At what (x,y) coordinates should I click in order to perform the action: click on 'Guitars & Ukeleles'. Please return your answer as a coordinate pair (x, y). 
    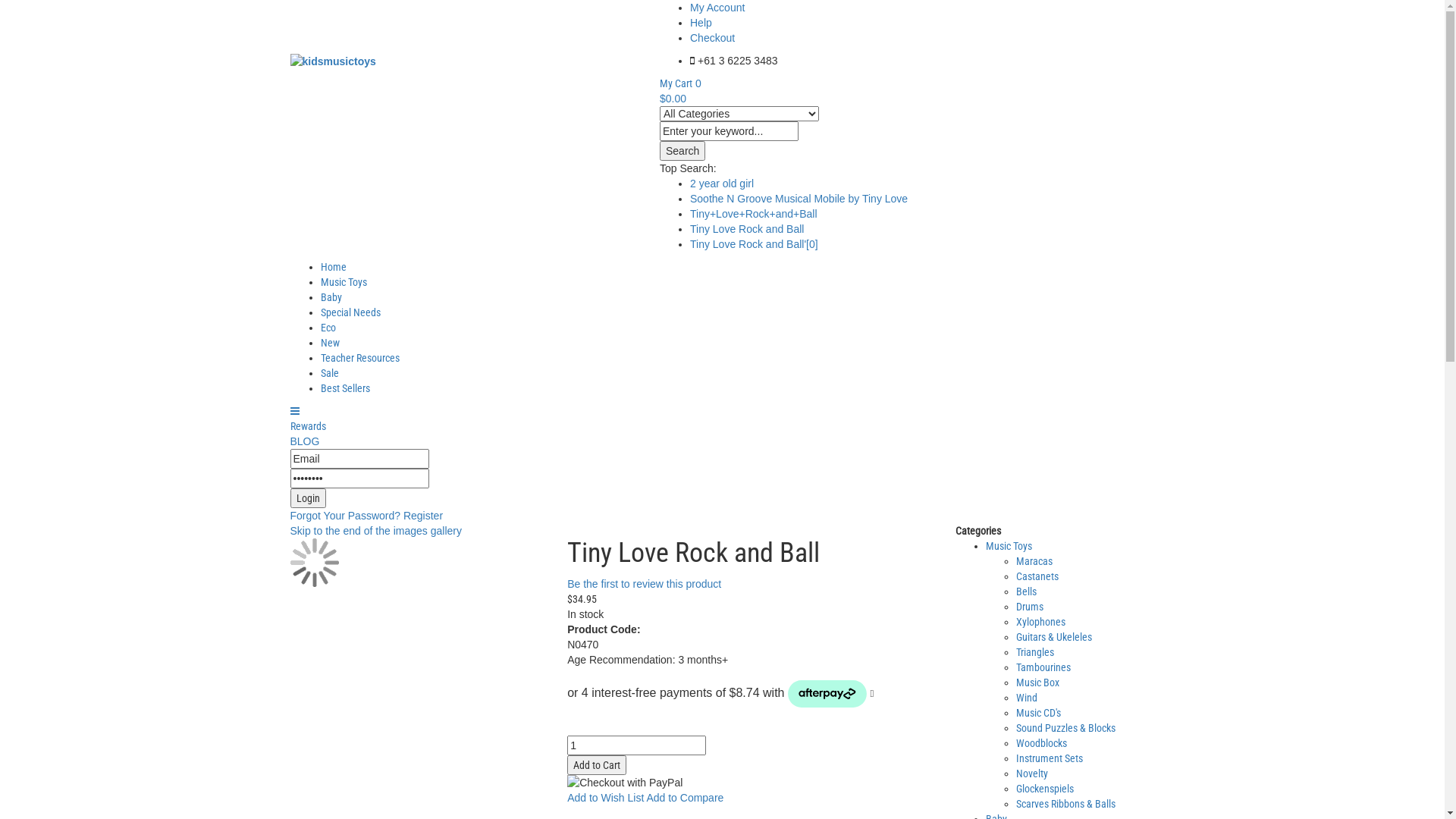
    Looking at the image, I should click on (1053, 637).